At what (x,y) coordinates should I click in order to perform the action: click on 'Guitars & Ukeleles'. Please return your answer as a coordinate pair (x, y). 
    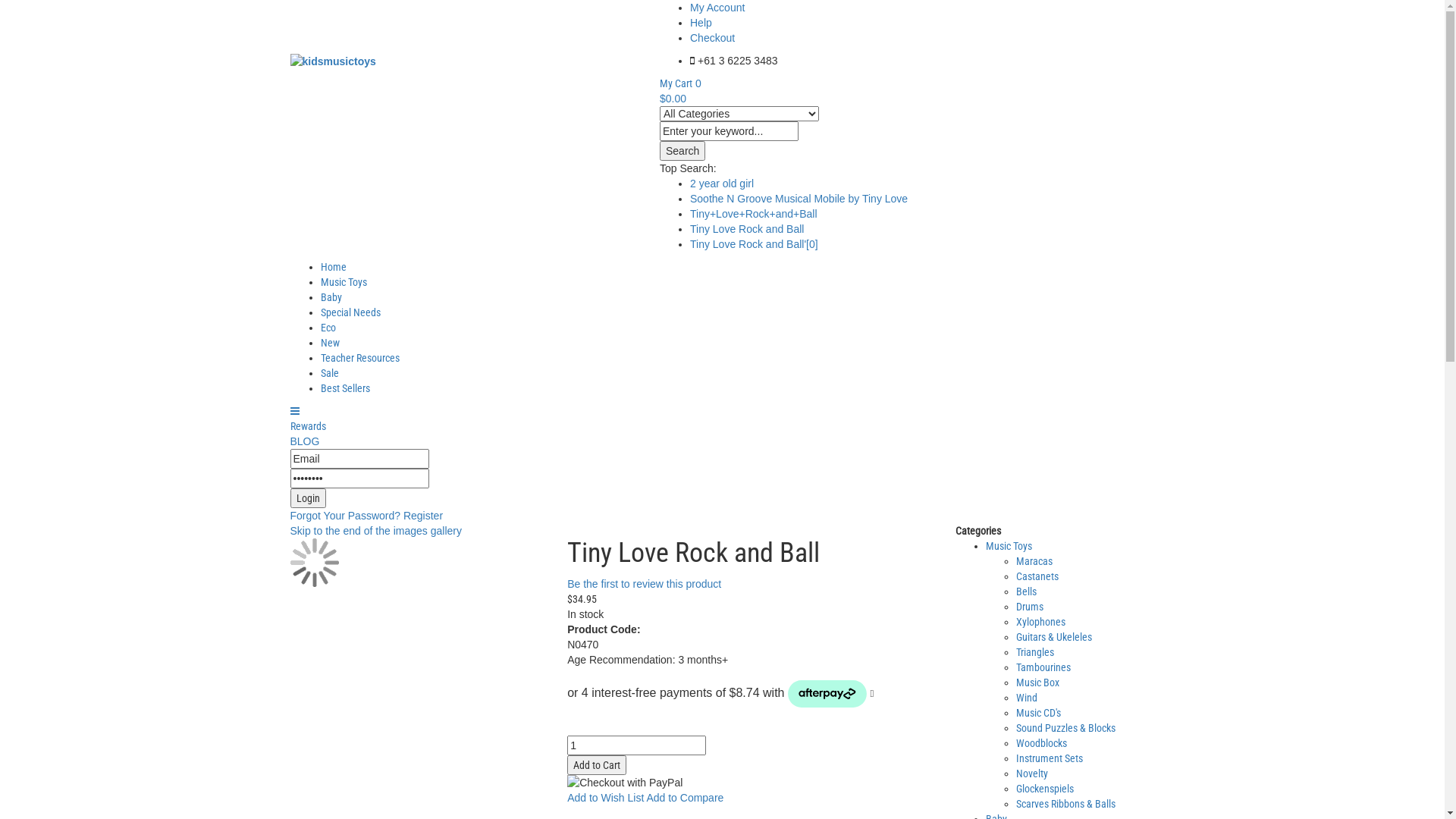
    Looking at the image, I should click on (1053, 637).